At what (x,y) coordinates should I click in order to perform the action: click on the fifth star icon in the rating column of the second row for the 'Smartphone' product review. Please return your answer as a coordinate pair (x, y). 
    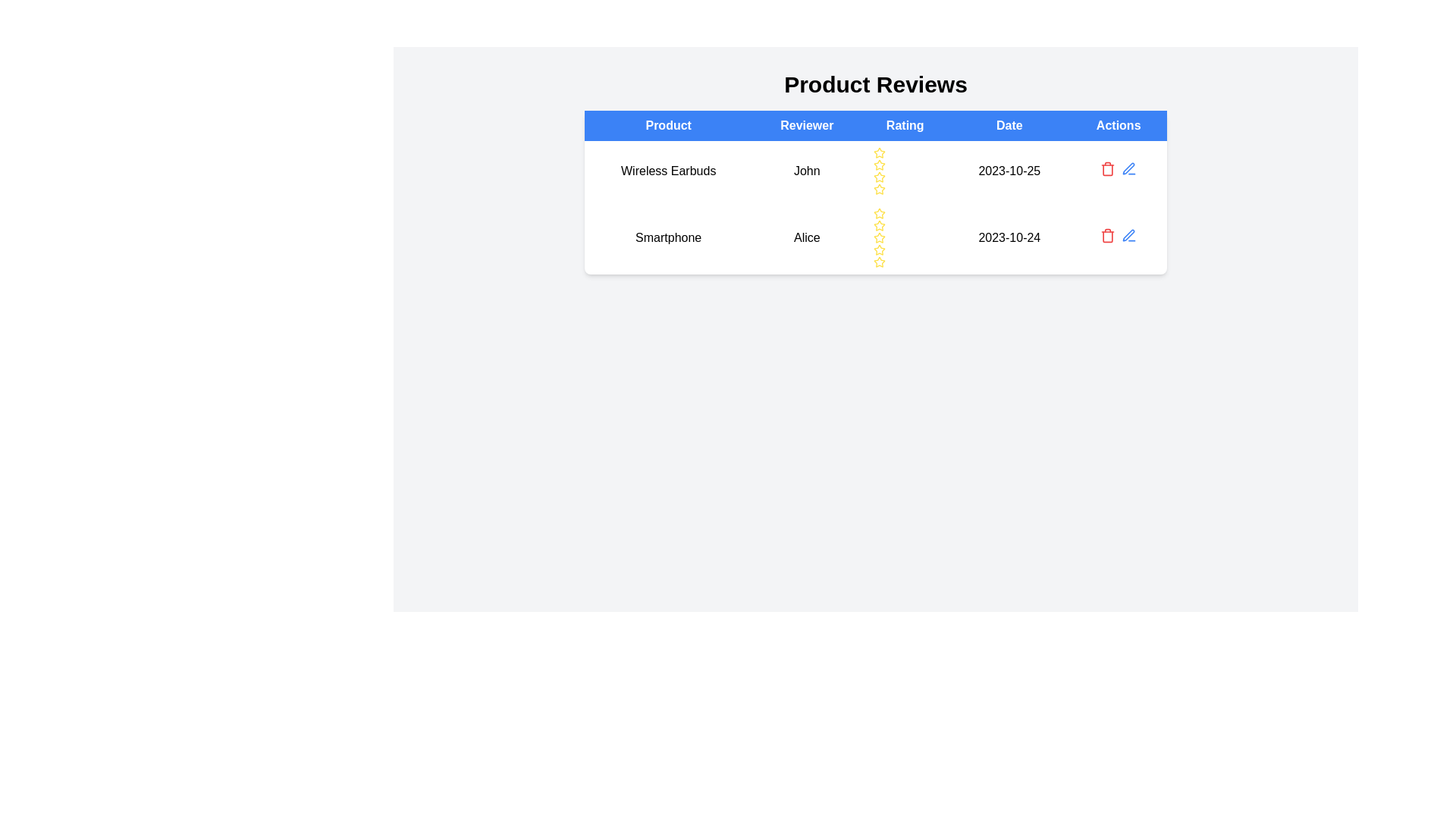
    Looking at the image, I should click on (880, 262).